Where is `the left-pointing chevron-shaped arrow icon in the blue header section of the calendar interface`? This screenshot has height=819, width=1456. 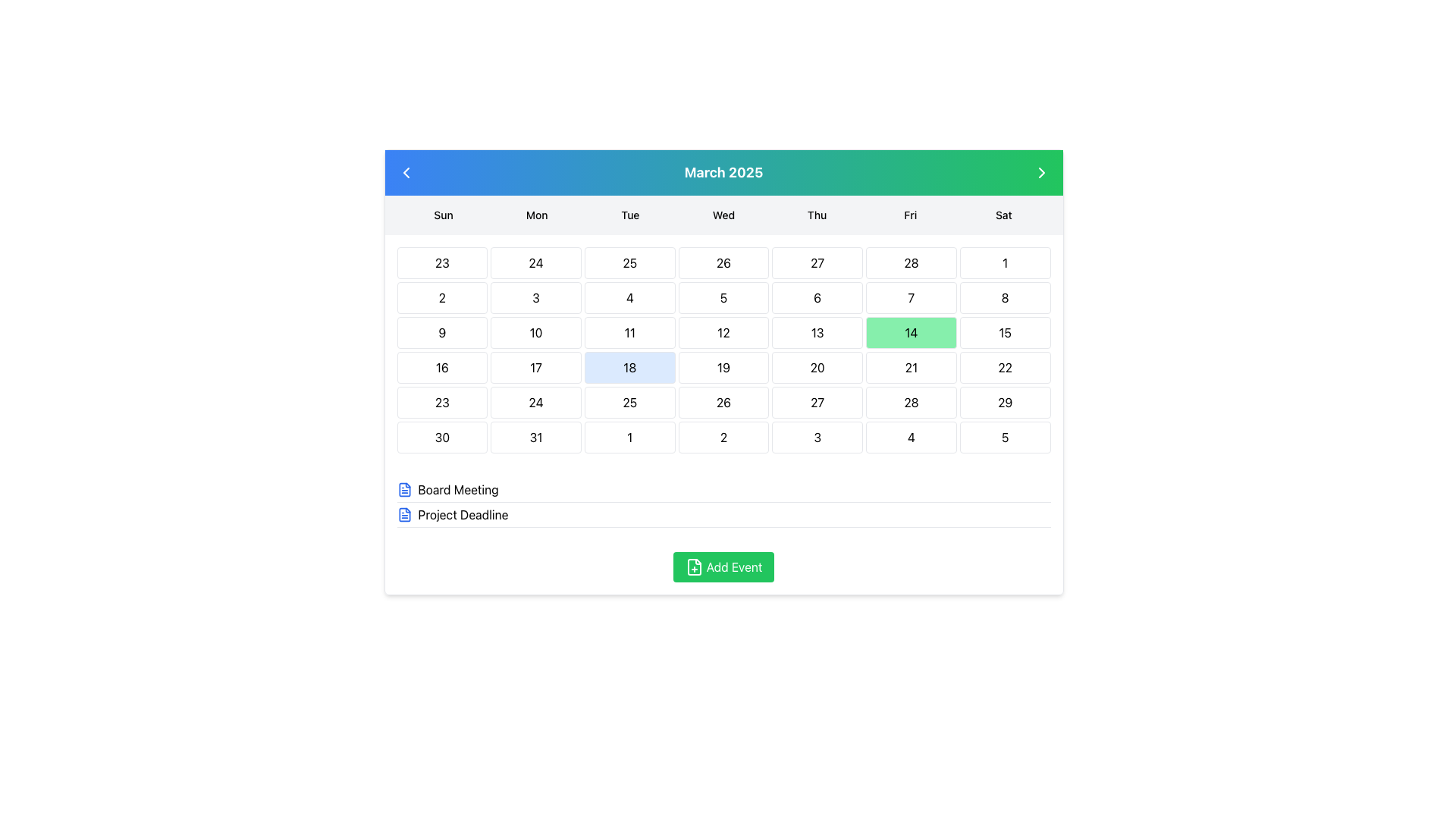 the left-pointing chevron-shaped arrow icon in the blue header section of the calendar interface is located at coordinates (406, 171).